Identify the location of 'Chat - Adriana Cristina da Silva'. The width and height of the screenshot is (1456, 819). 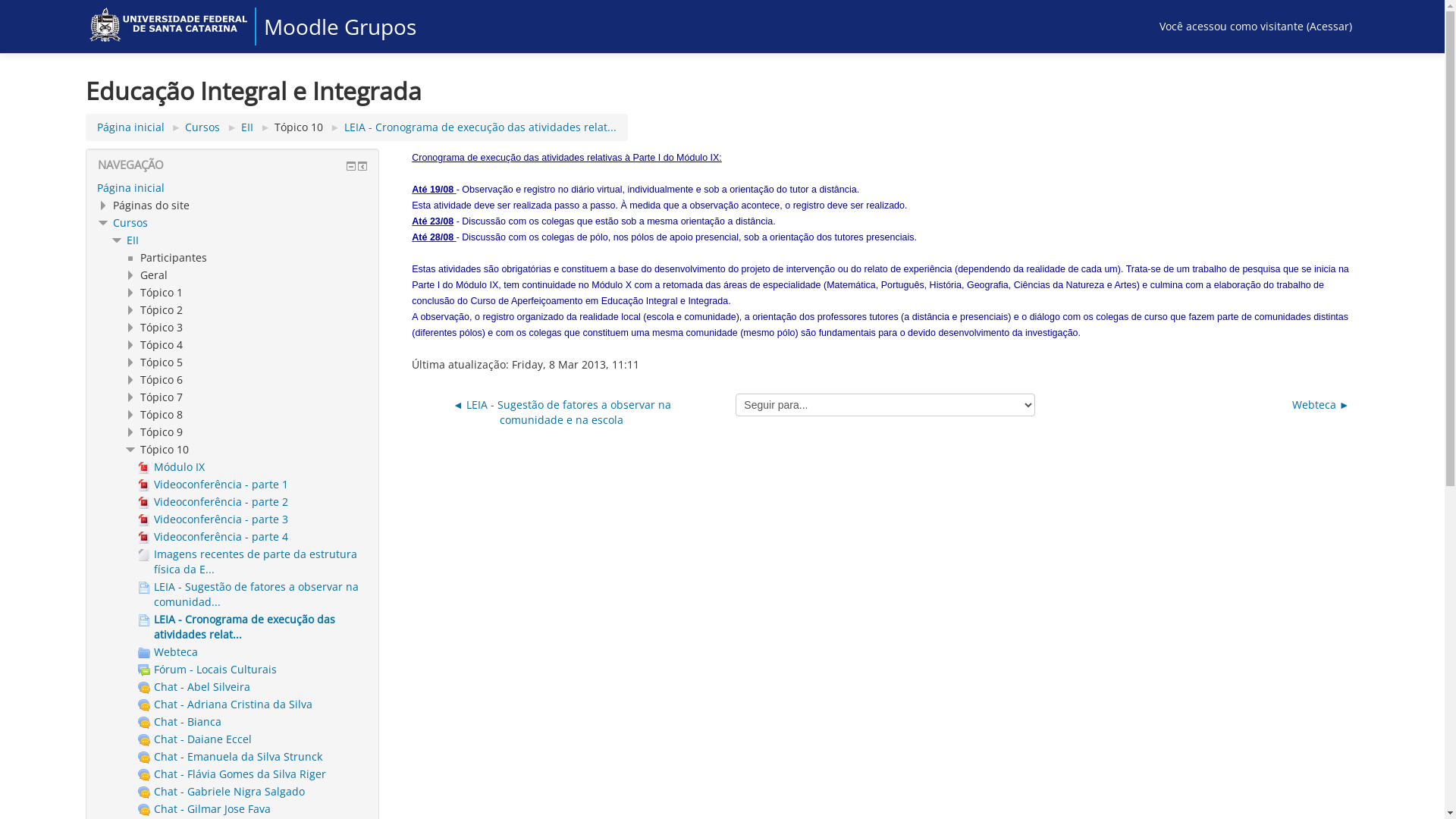
(138, 704).